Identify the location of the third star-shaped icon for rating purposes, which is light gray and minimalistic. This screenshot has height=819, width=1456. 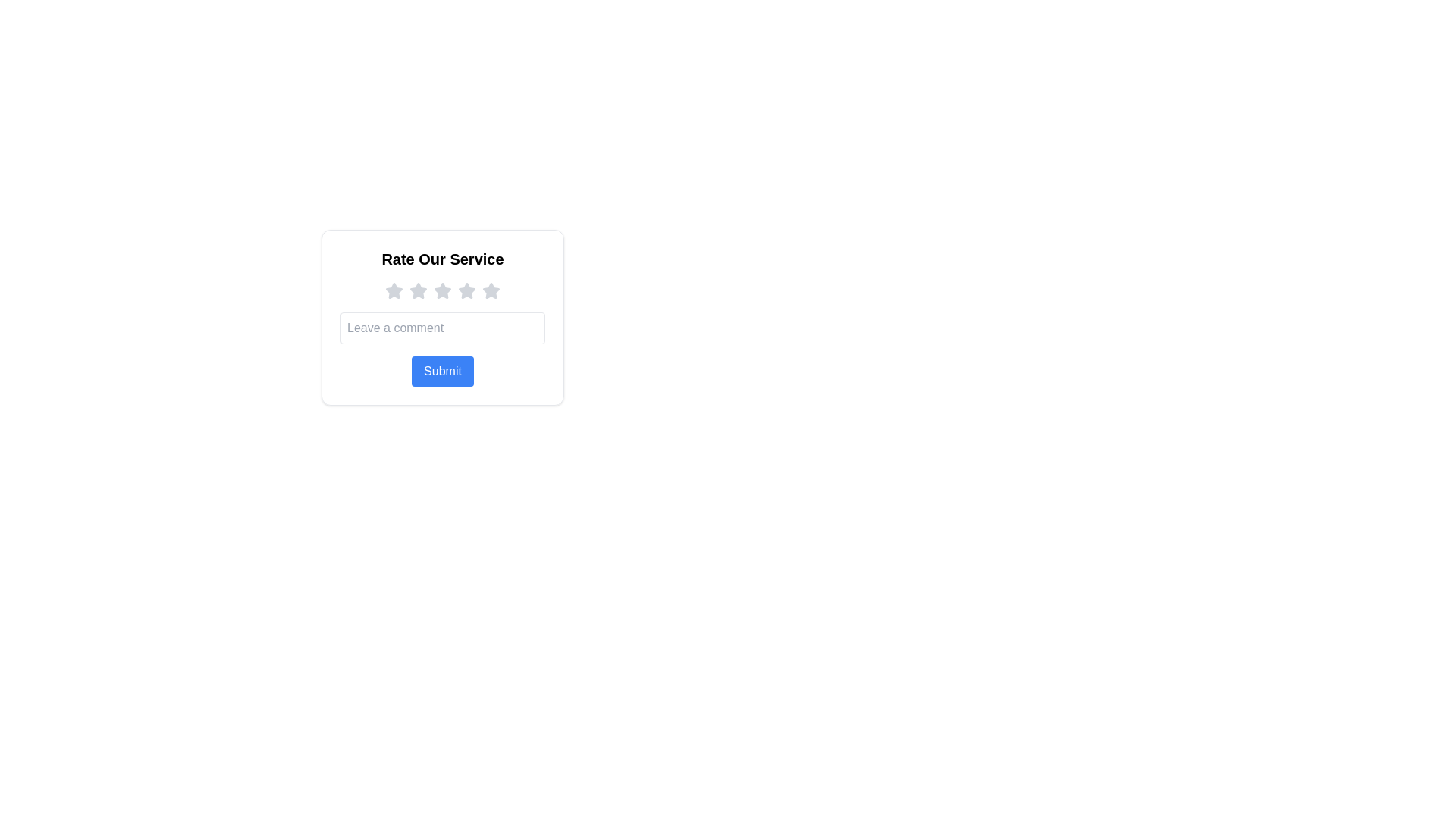
(466, 290).